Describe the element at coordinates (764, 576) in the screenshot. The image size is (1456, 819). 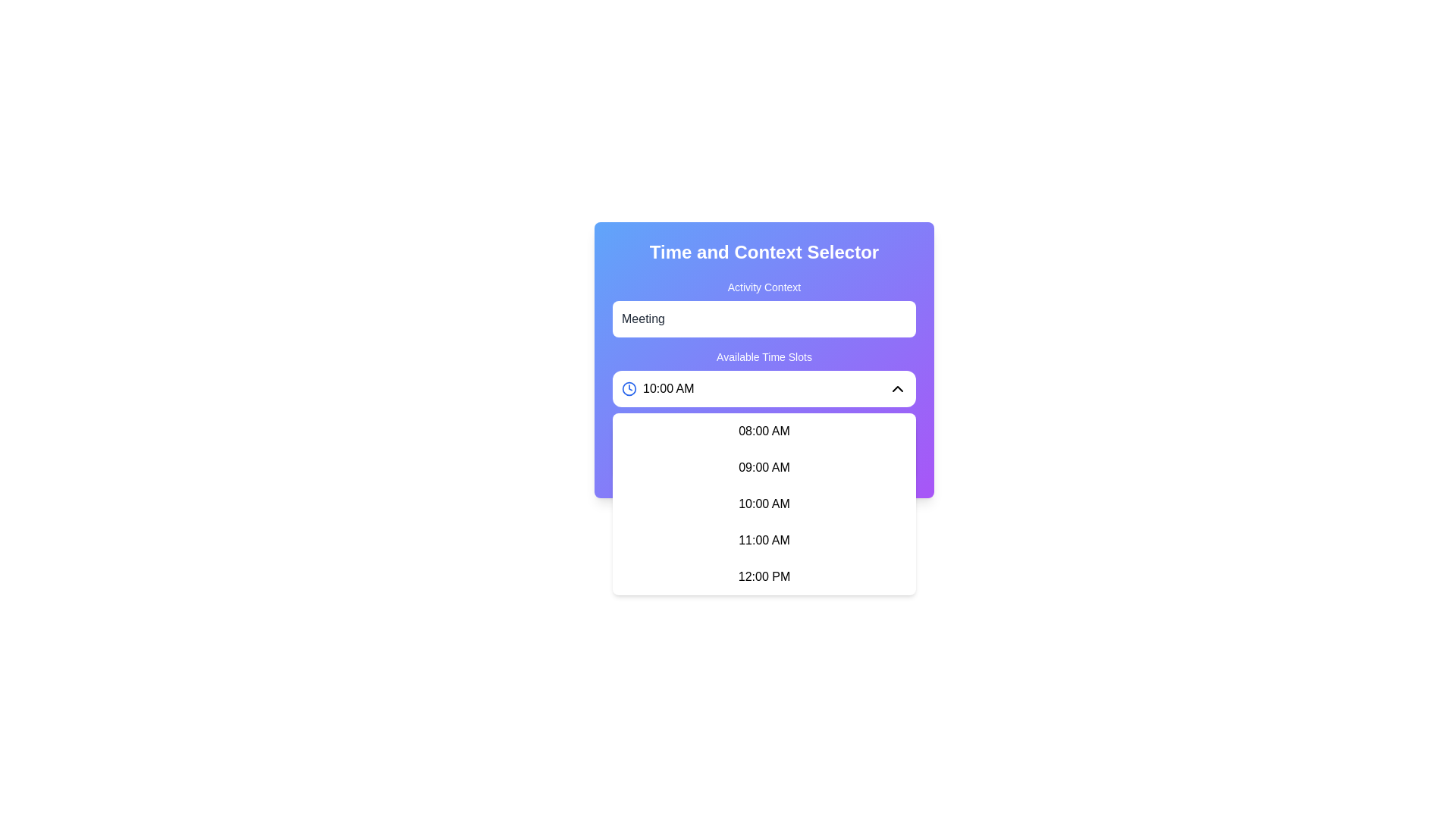
I see `the list item displaying '12:00 PM' in the dropdown menu` at that location.